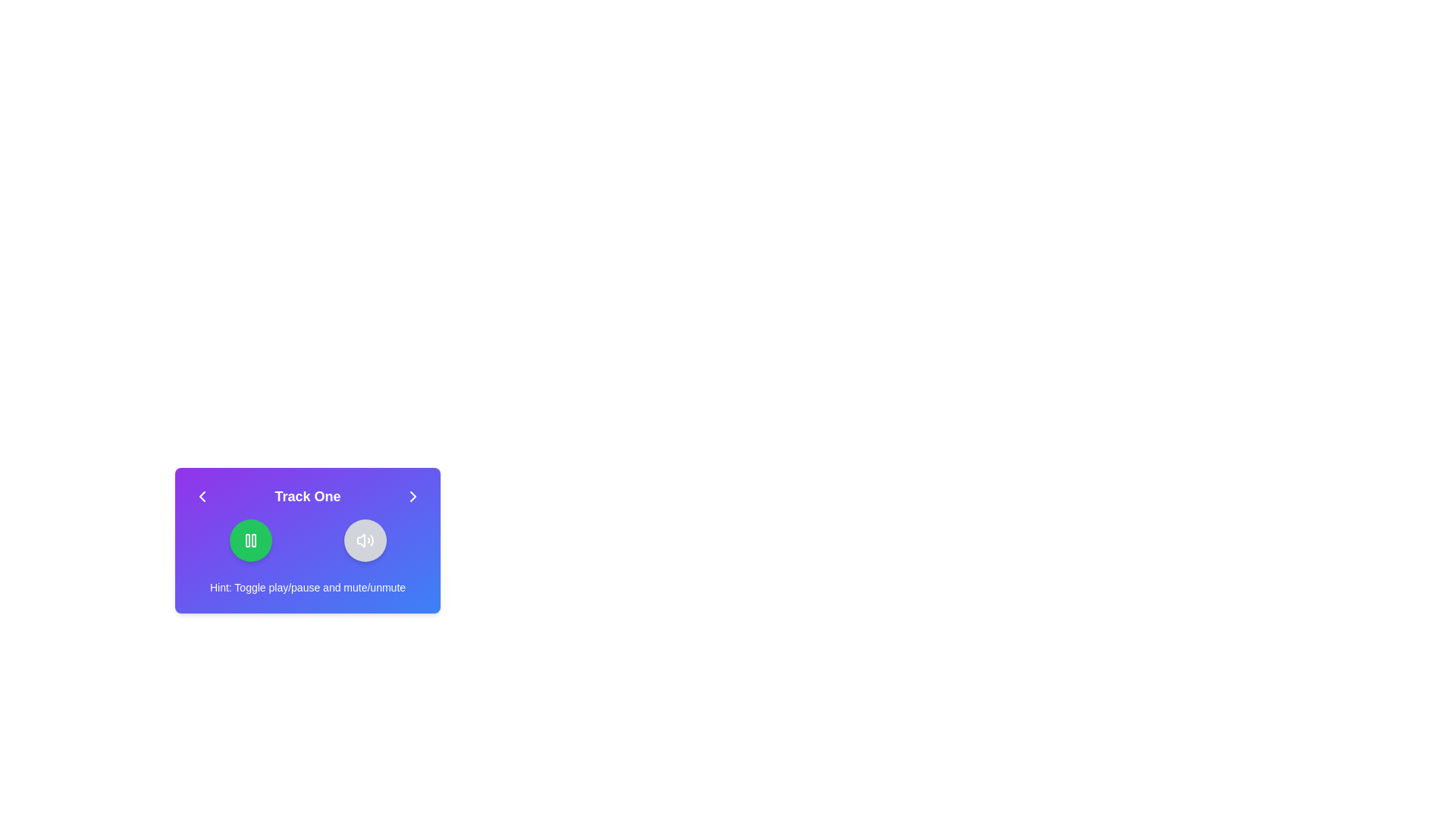 This screenshot has height=819, width=1456. What do you see at coordinates (250, 540) in the screenshot?
I see `the green circular 'pause' button with a white icon` at bounding box center [250, 540].